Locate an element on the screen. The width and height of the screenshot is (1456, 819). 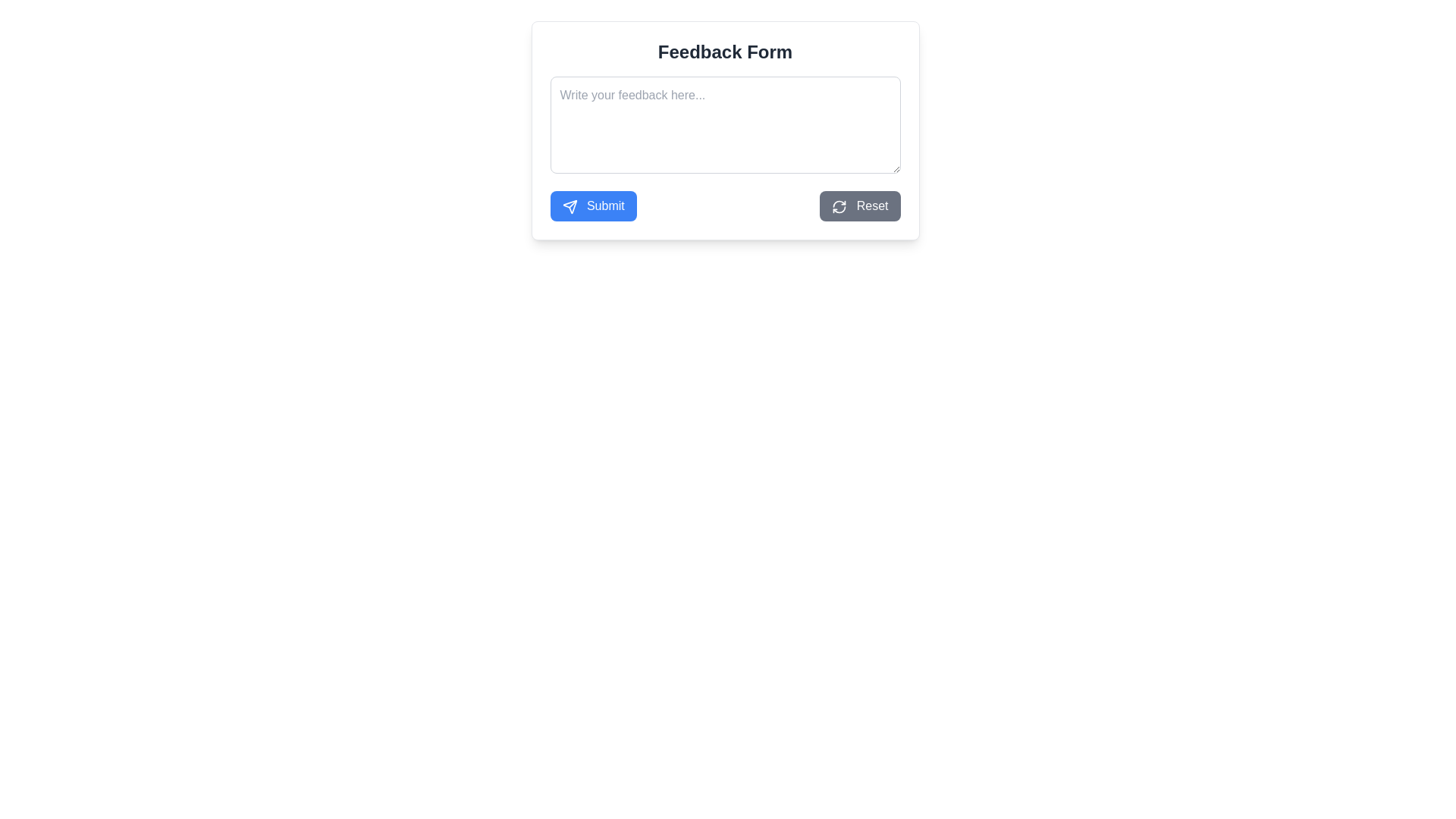
the heading text label of the feedback form, which is centrally positioned at the top of the feedback interface is located at coordinates (724, 52).